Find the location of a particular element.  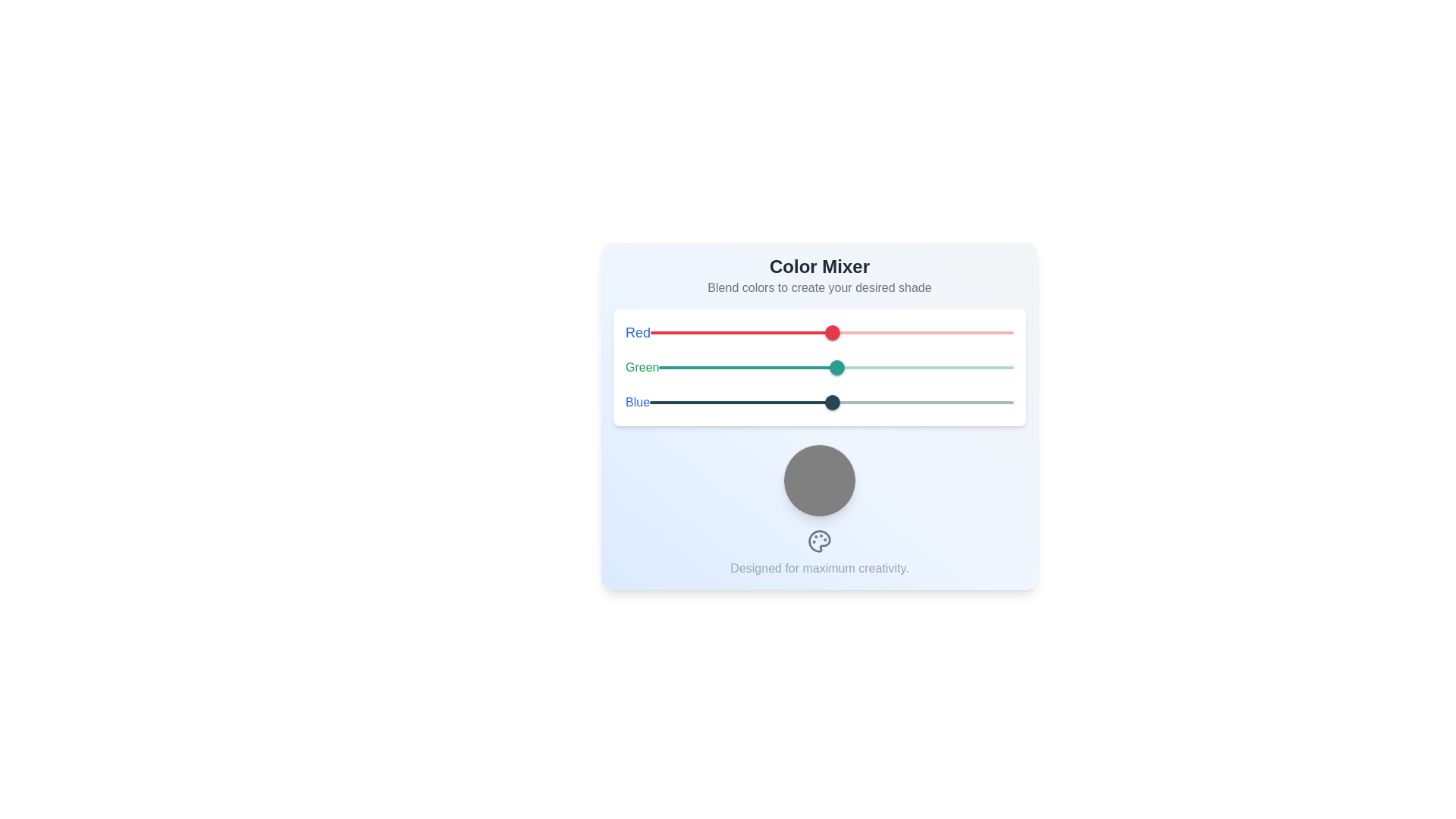

the slider handle of the 'Red' slider is located at coordinates (832, 332).